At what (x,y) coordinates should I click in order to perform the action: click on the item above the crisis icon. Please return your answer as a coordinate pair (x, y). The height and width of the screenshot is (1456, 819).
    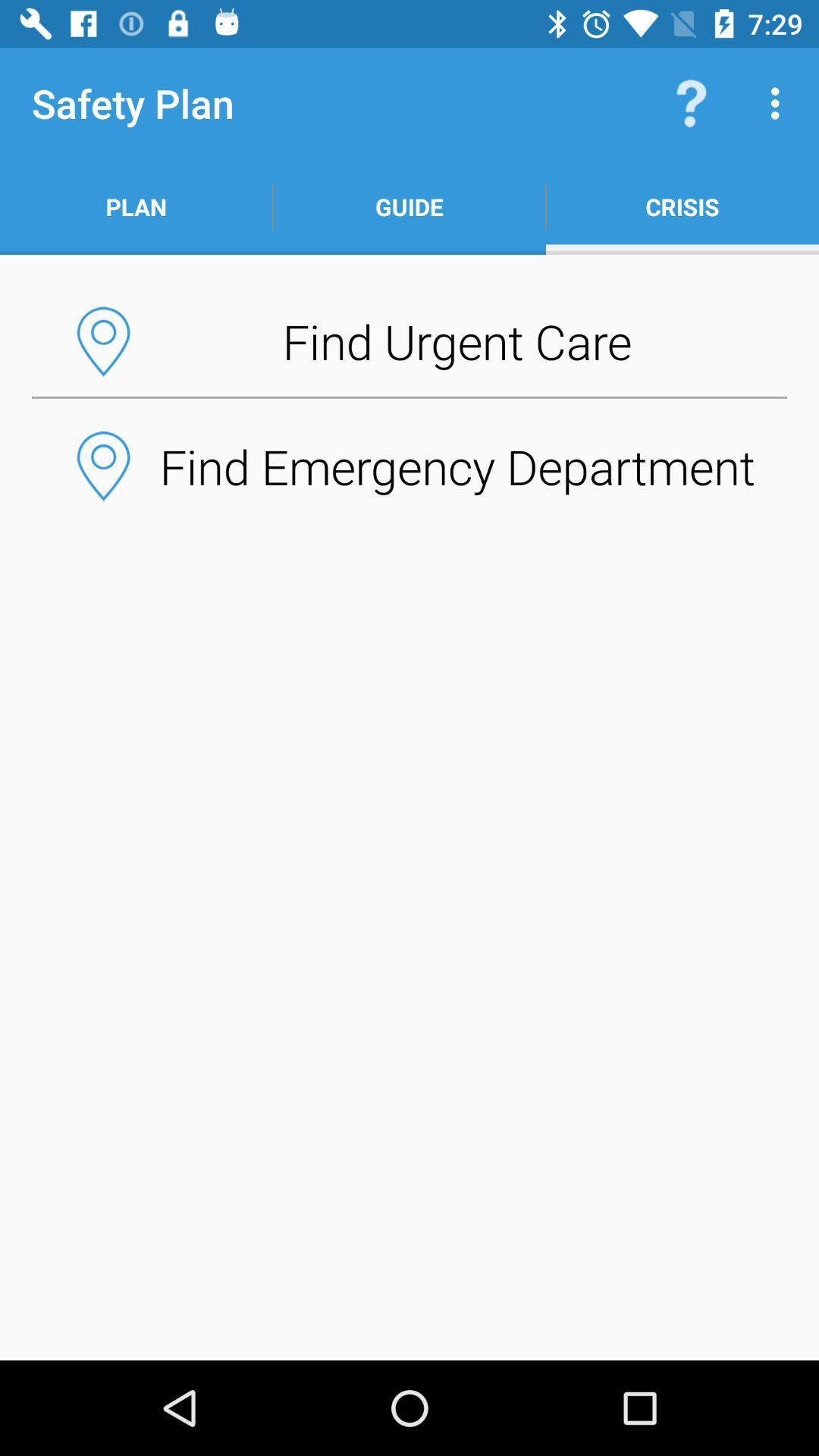
    Looking at the image, I should click on (691, 102).